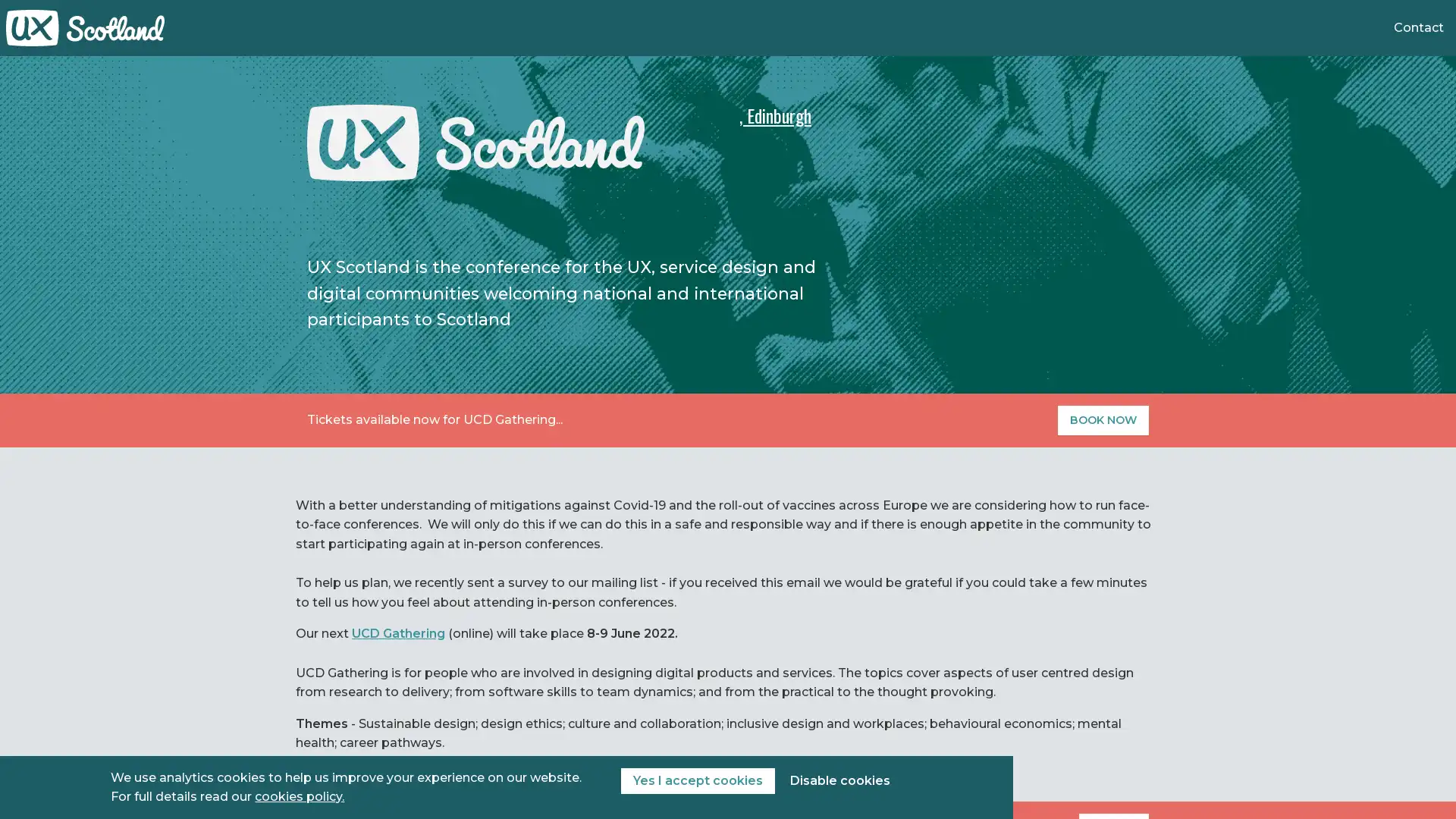 The image size is (1456, 819). What do you see at coordinates (696, 780) in the screenshot?
I see `Yes I accept cookies` at bounding box center [696, 780].